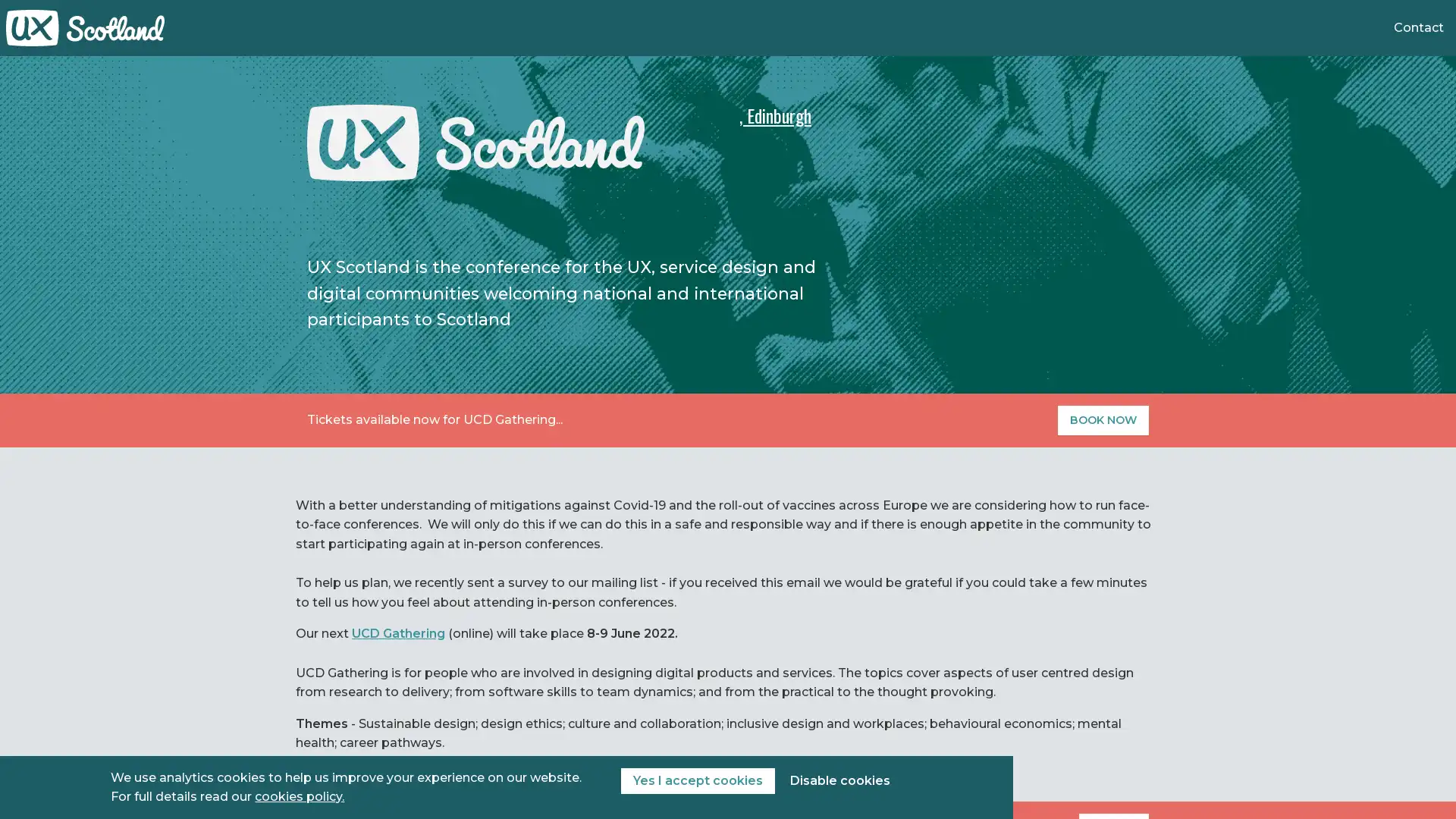 The image size is (1456, 819). What do you see at coordinates (696, 780) in the screenshot?
I see `Yes I accept cookies` at bounding box center [696, 780].